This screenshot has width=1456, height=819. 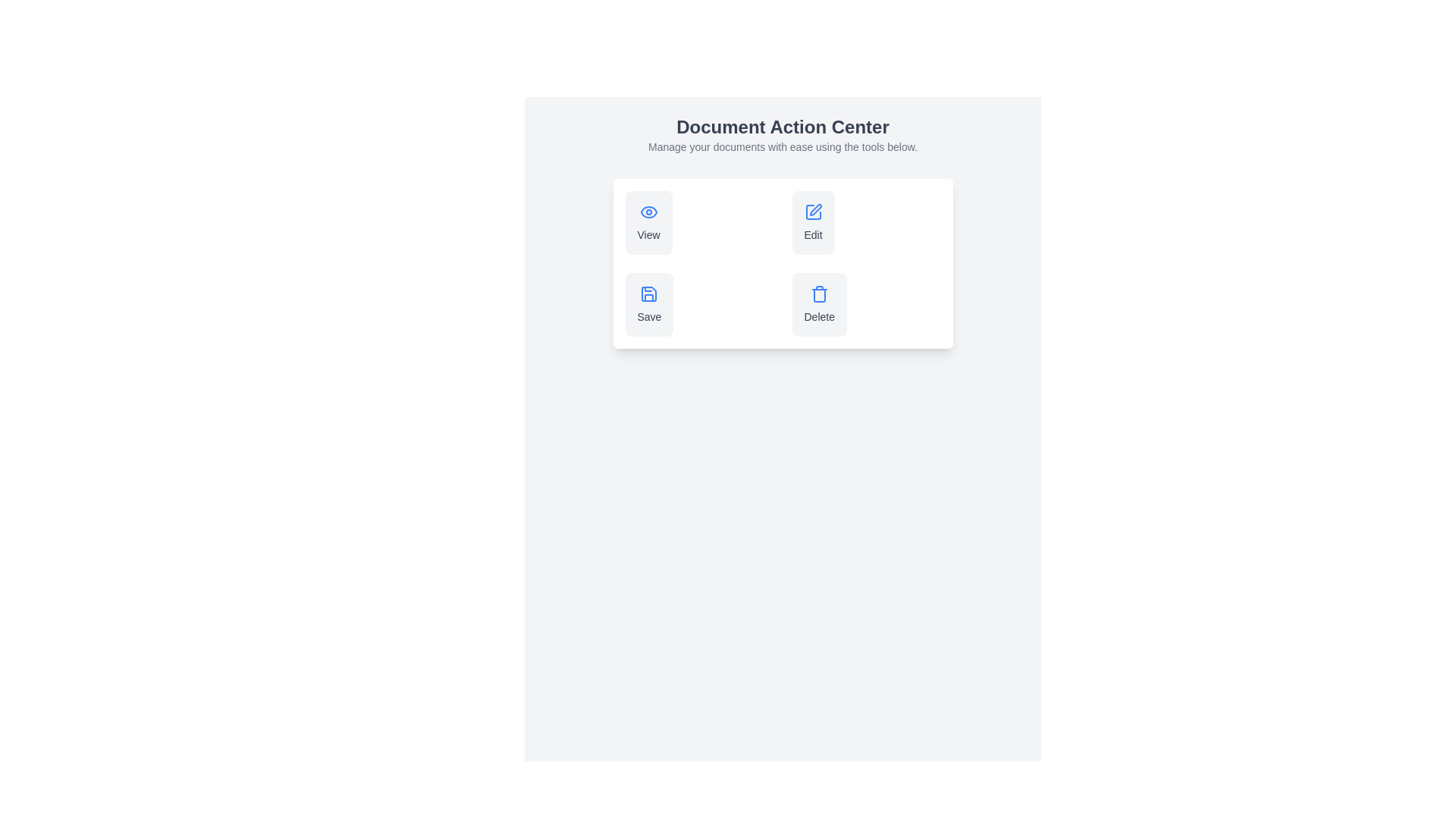 What do you see at coordinates (818, 294) in the screenshot?
I see `the trash can icon to initiate a delete action, which is positioned above the 'Delete' label in the bottom-right of a 2x2 grid layout` at bounding box center [818, 294].